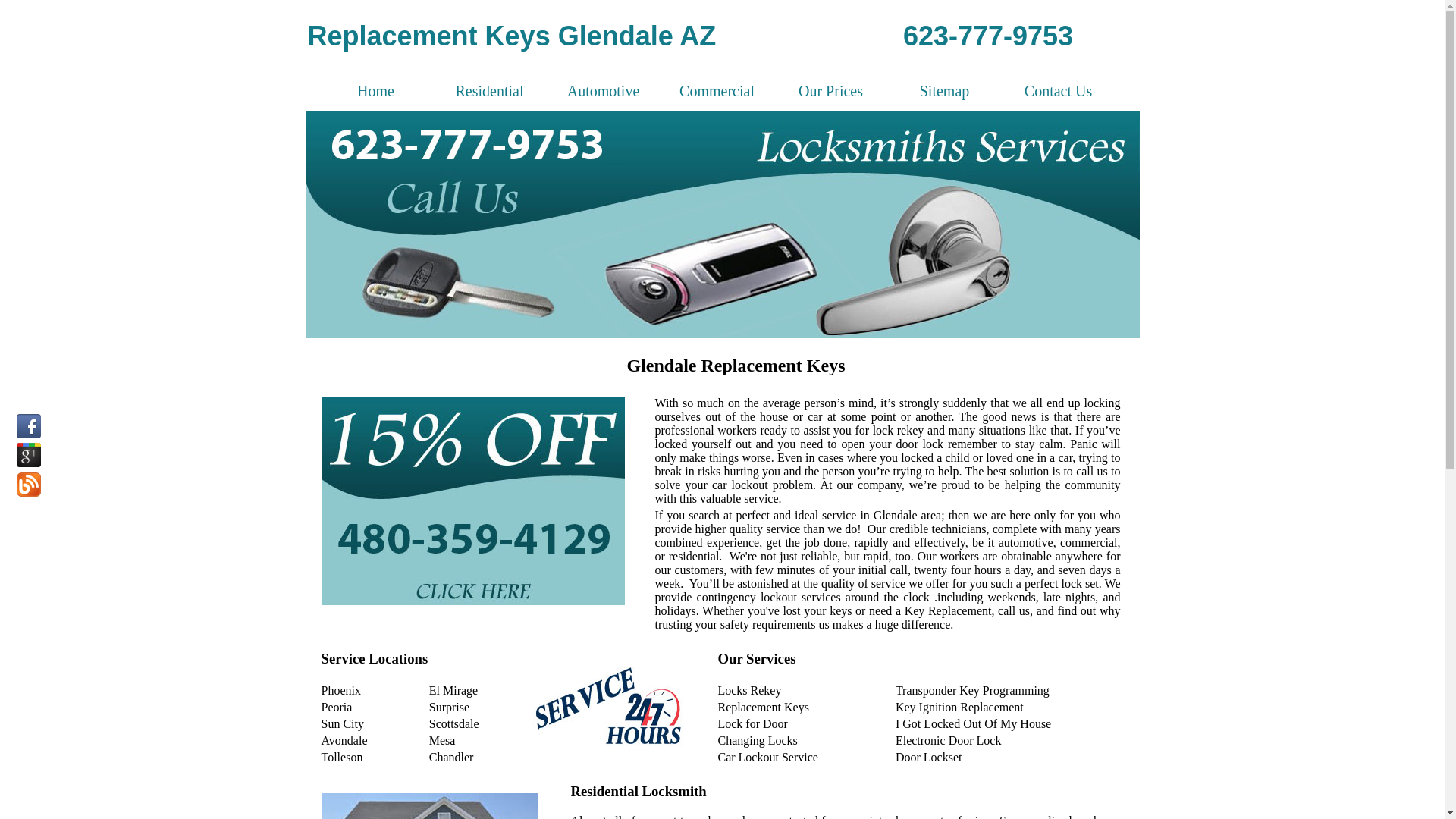  Describe the element at coordinates (318, 91) in the screenshot. I see `'Home'` at that location.